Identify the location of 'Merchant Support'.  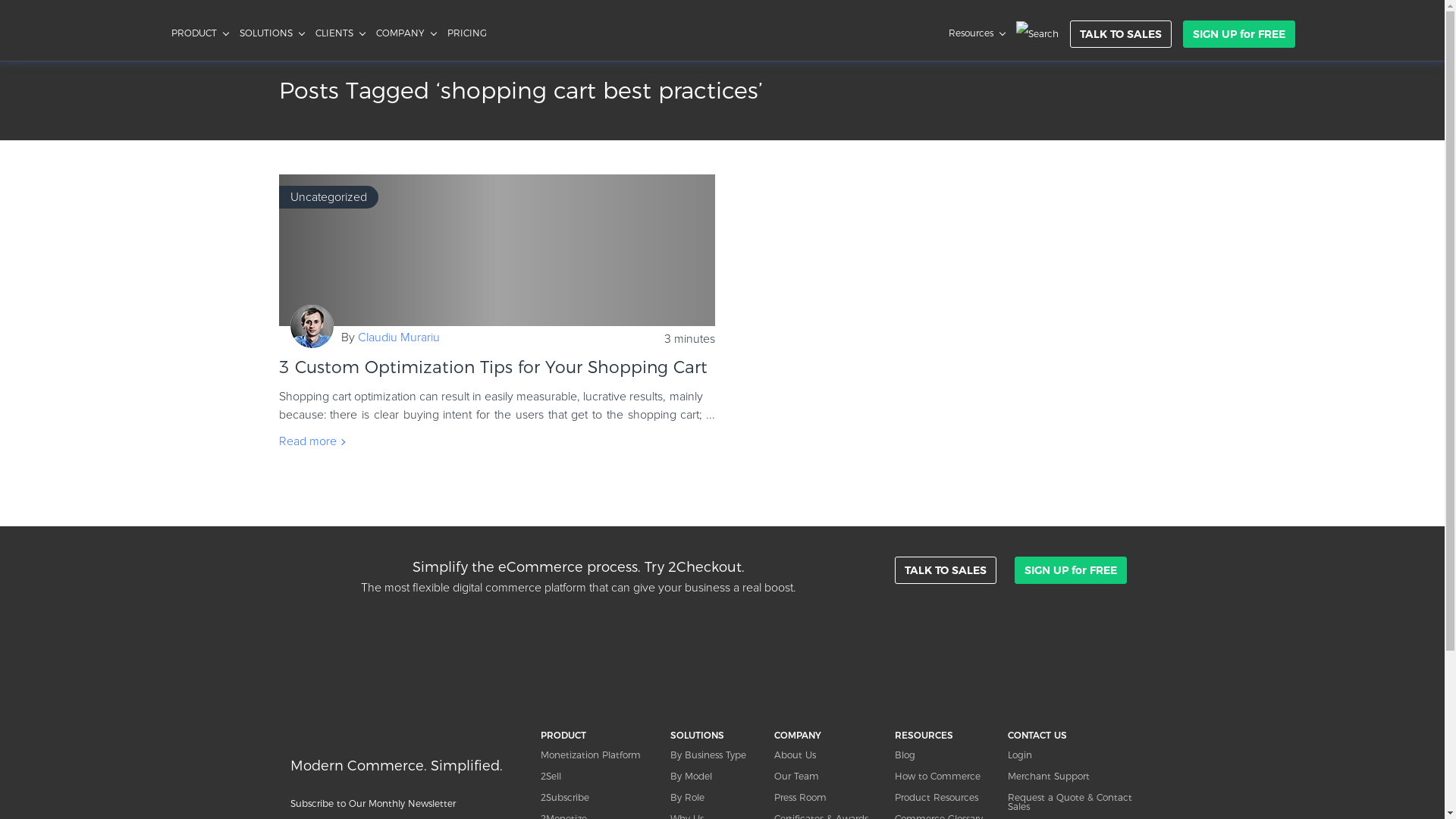
(1008, 776).